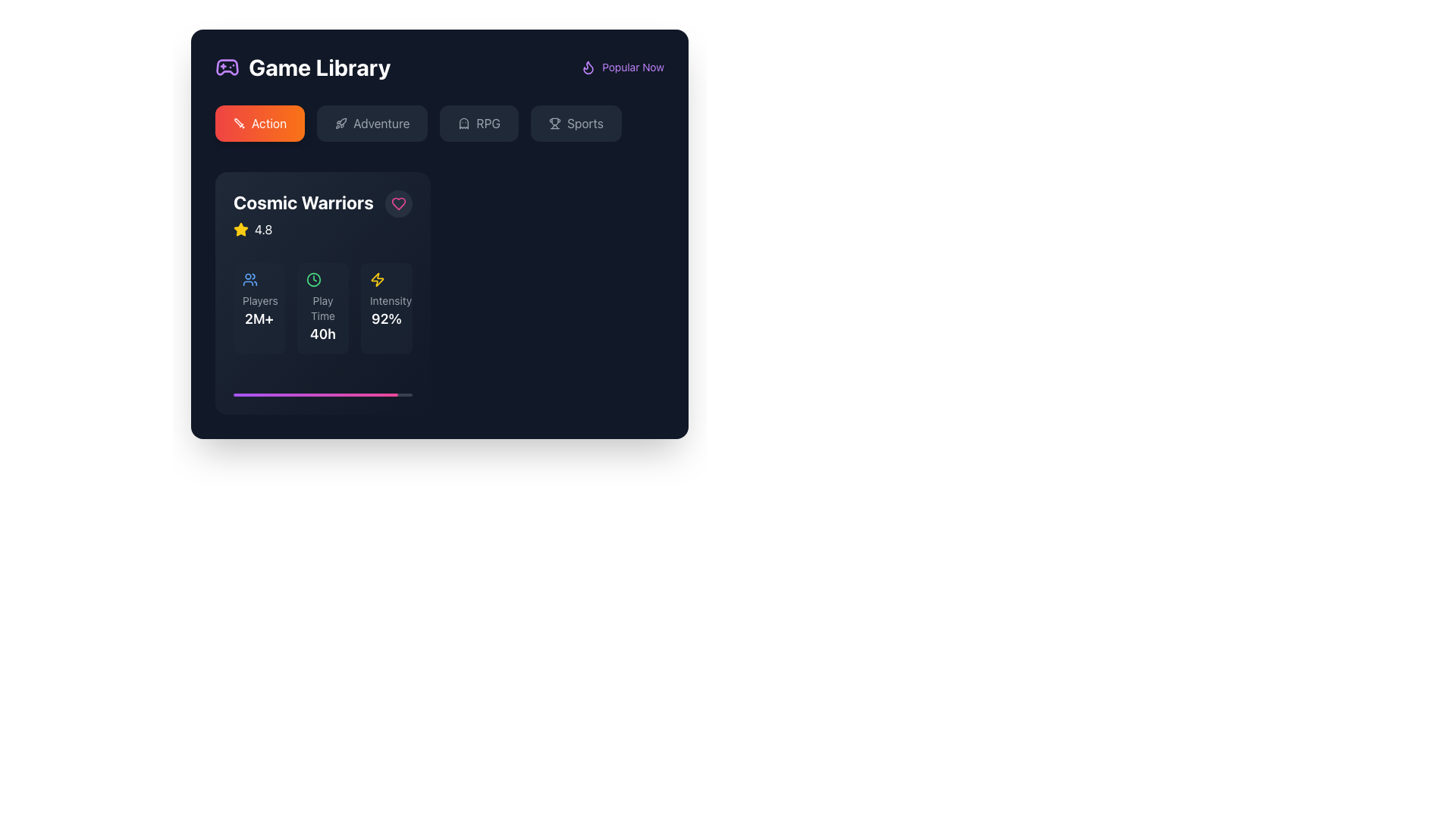 Image resolution: width=1456 pixels, height=819 pixels. I want to click on the Progress Bar located at the bottom of the 'Cosmic Warriors' card, which visually indicates progress, so click(322, 394).